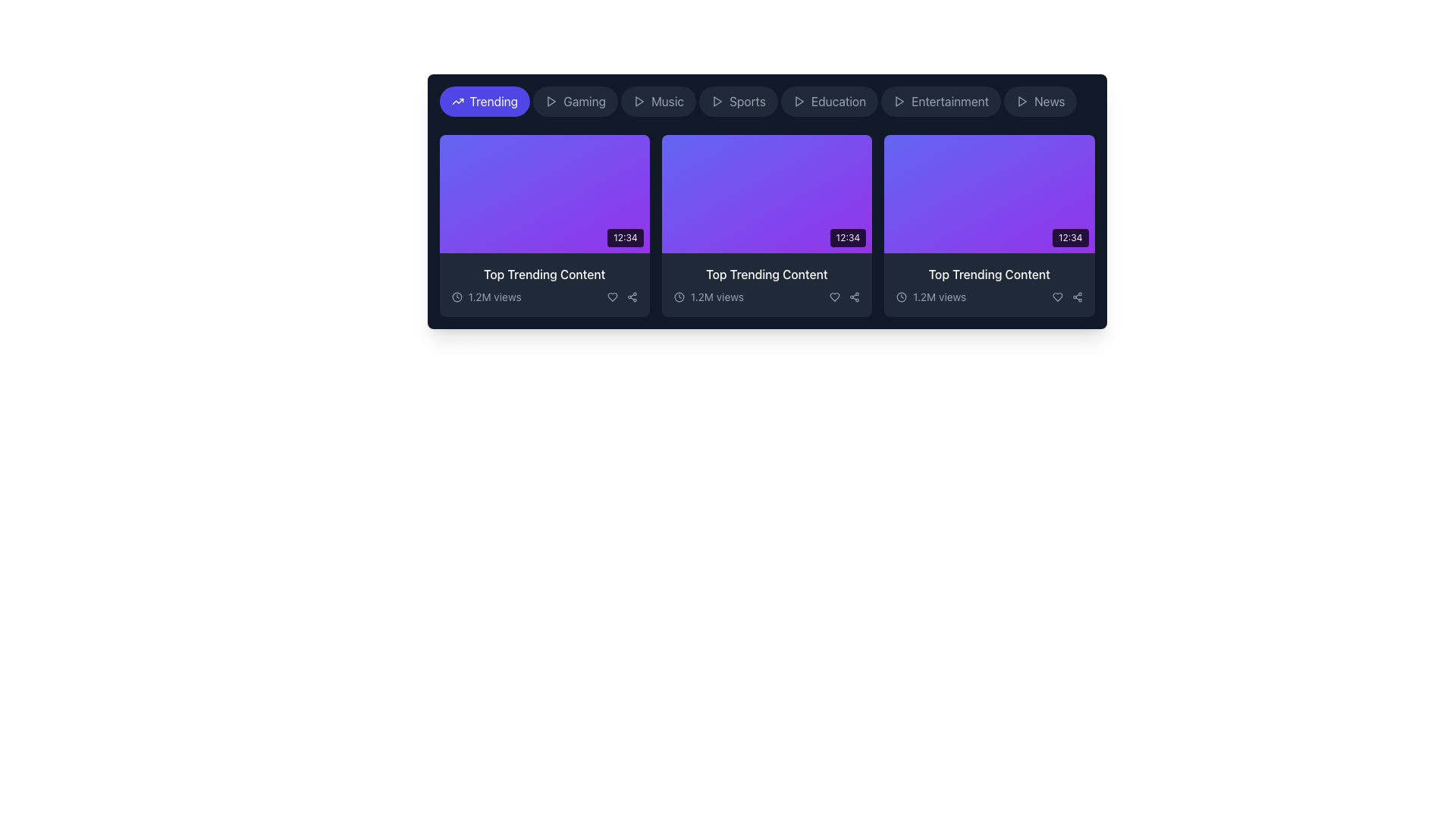 This screenshot has width=1456, height=819. Describe the element at coordinates (639, 102) in the screenshot. I see `the triangular play button icon located to the left of the 'Music' label in the horizontal navigation bar` at that location.